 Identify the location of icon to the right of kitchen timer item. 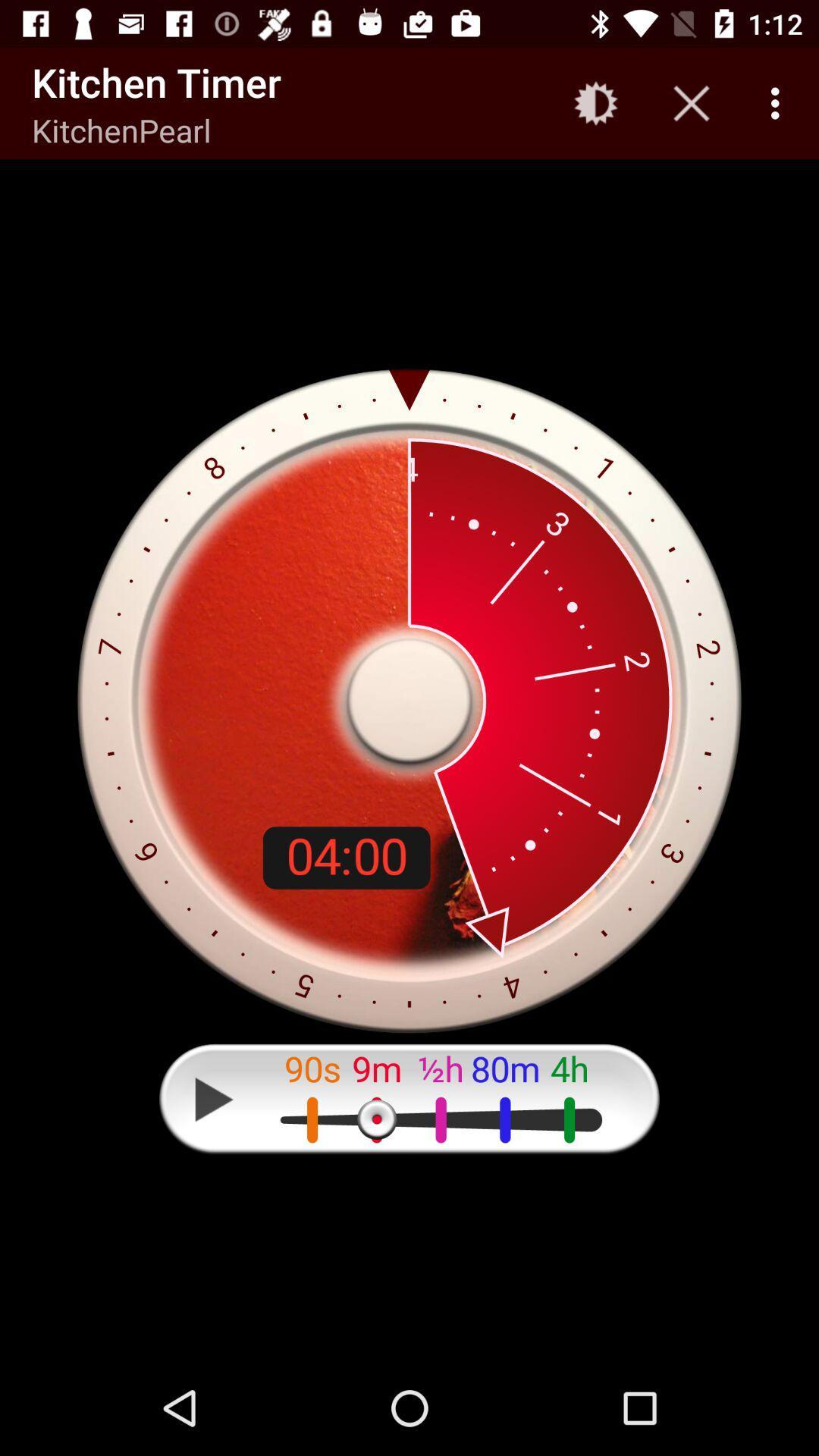
(595, 102).